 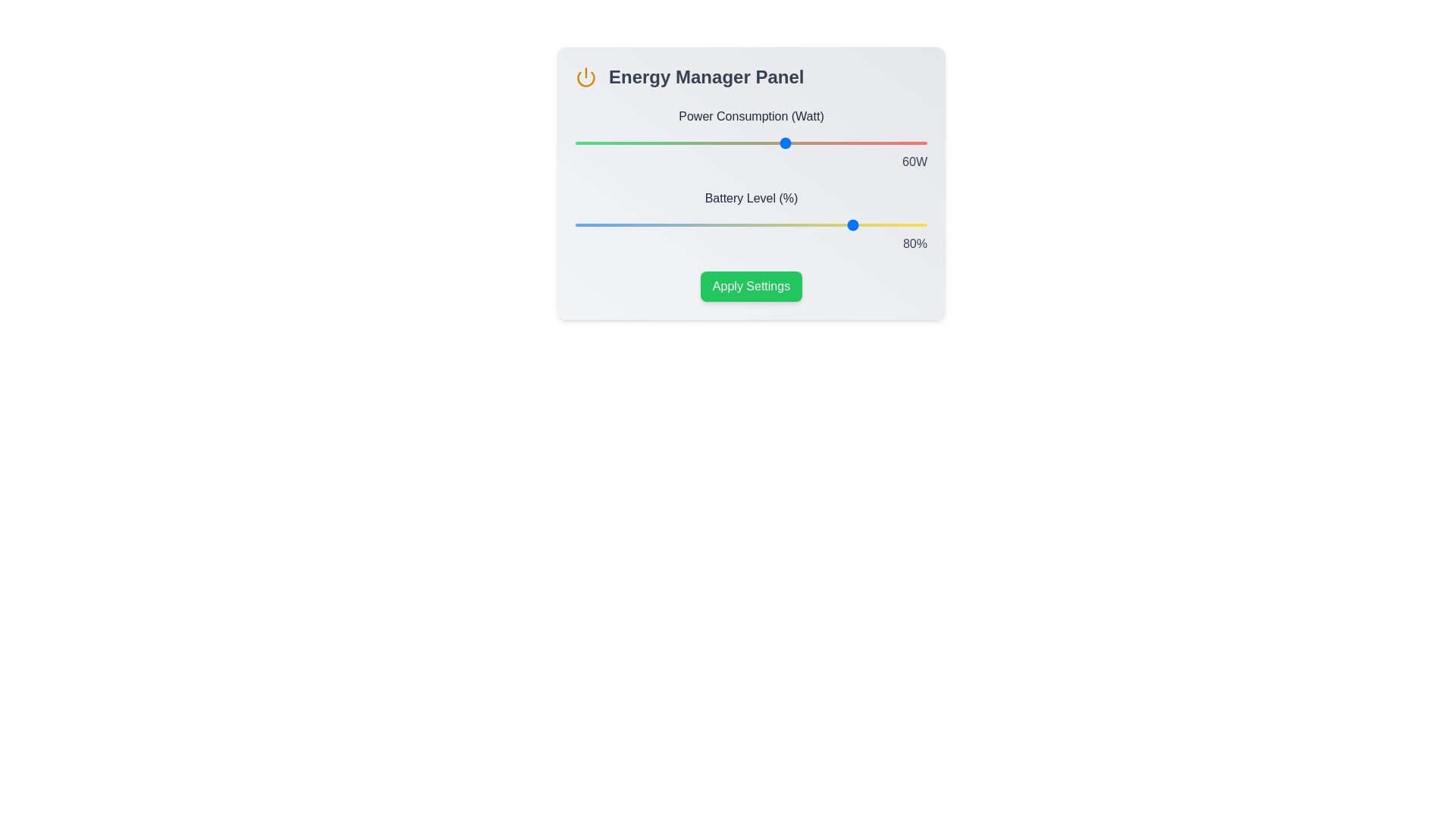 I want to click on the 'Apply Settings' button, so click(x=751, y=287).